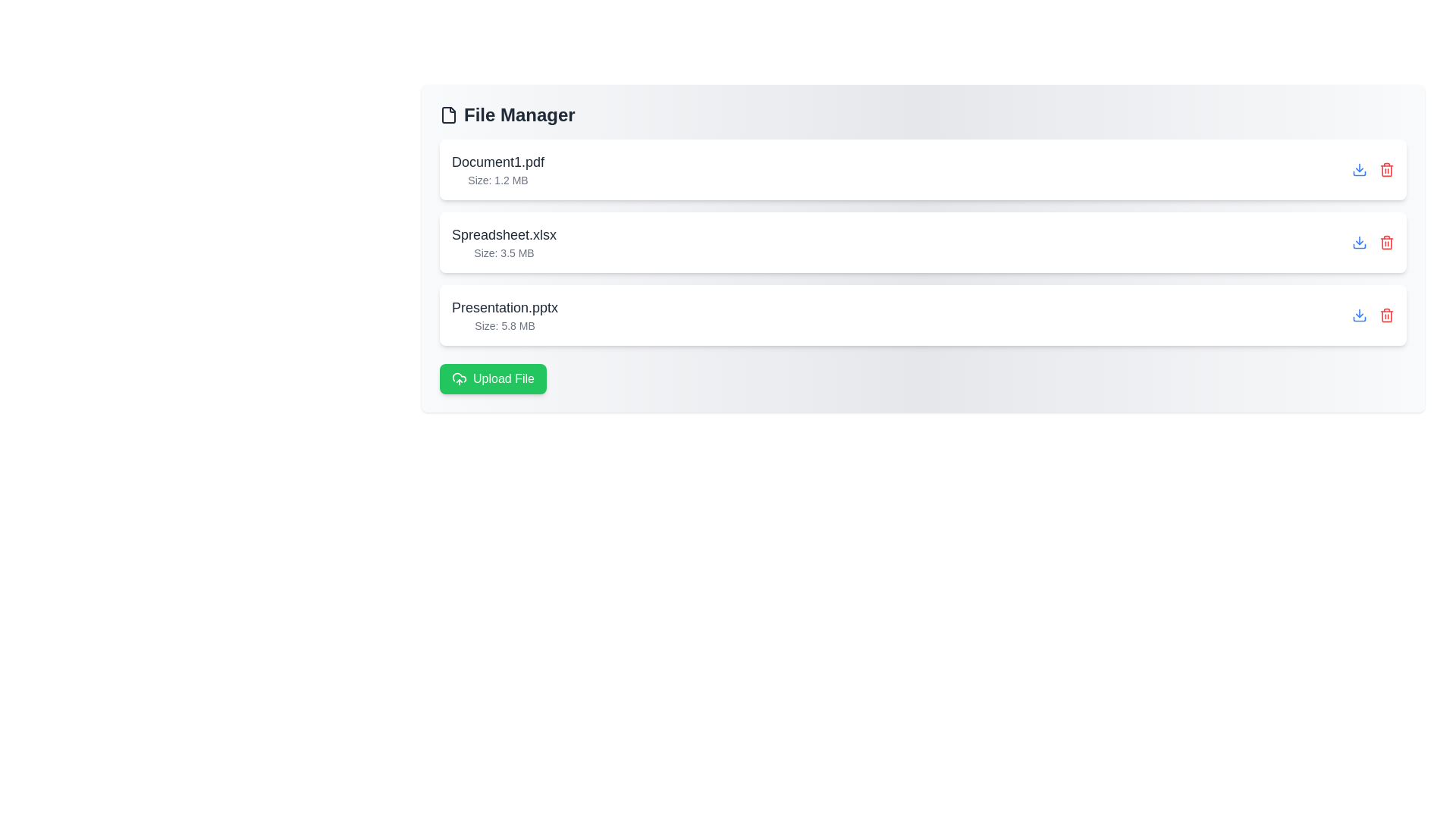 This screenshot has height=819, width=1456. What do you see at coordinates (504, 234) in the screenshot?
I see `the file name Spreadsheet.xlsx to select it` at bounding box center [504, 234].